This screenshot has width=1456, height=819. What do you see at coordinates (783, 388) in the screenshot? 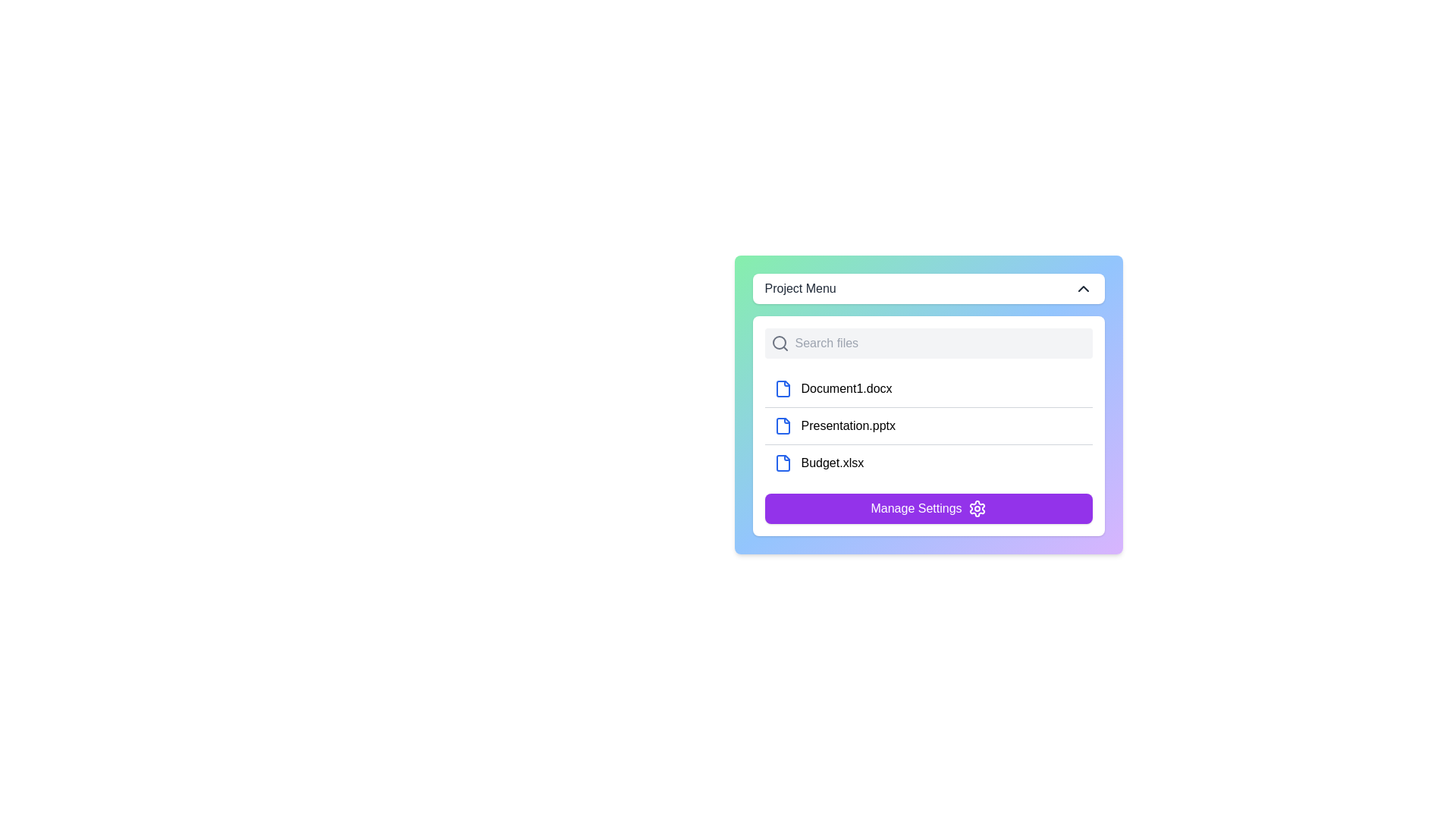
I see `the blue document file icon located to the left of the text labeled 'Document1.docx' in the file list interface` at bounding box center [783, 388].